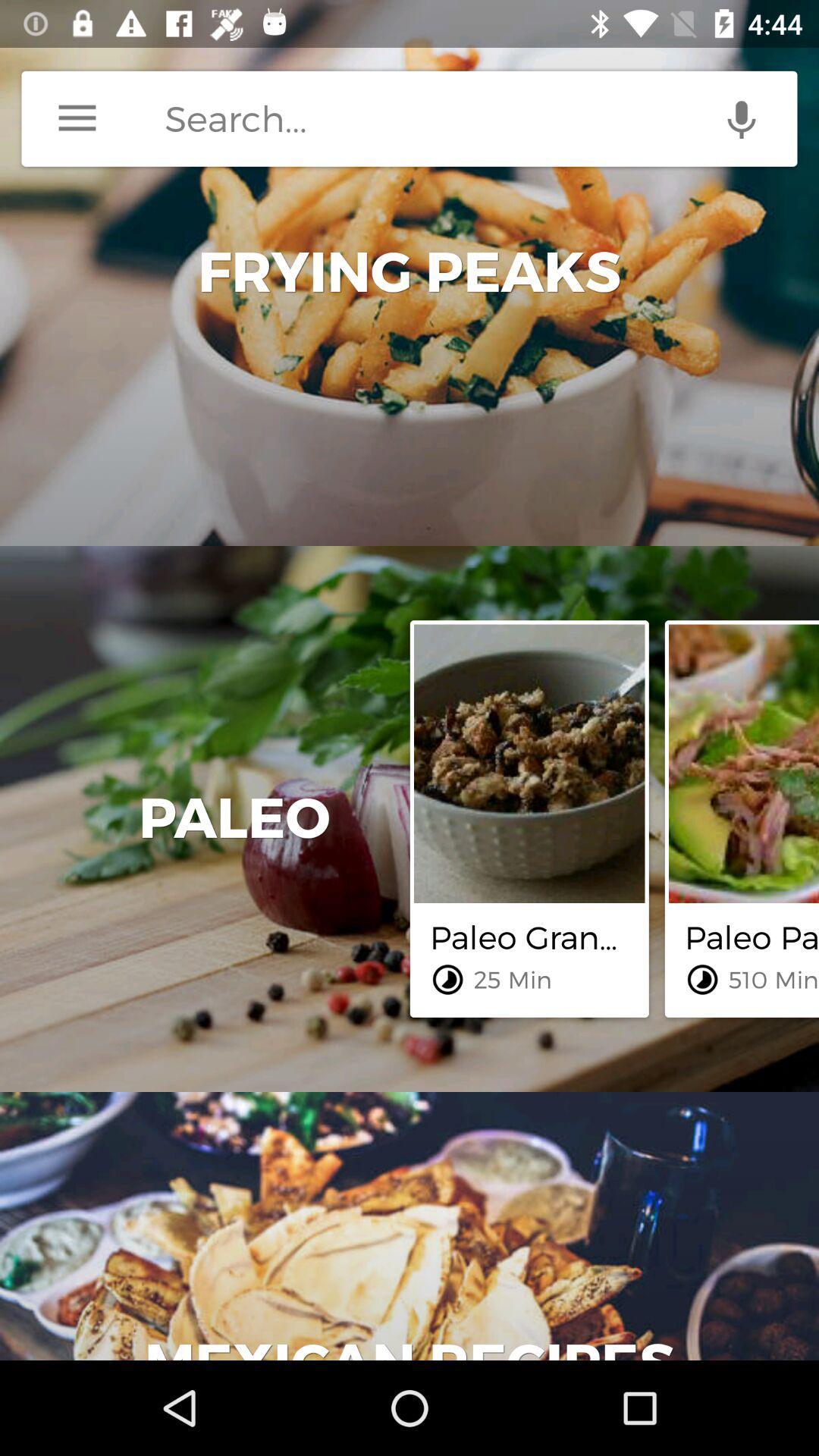 Image resolution: width=819 pixels, height=1456 pixels. What do you see at coordinates (77, 118) in the screenshot?
I see `menu` at bounding box center [77, 118].